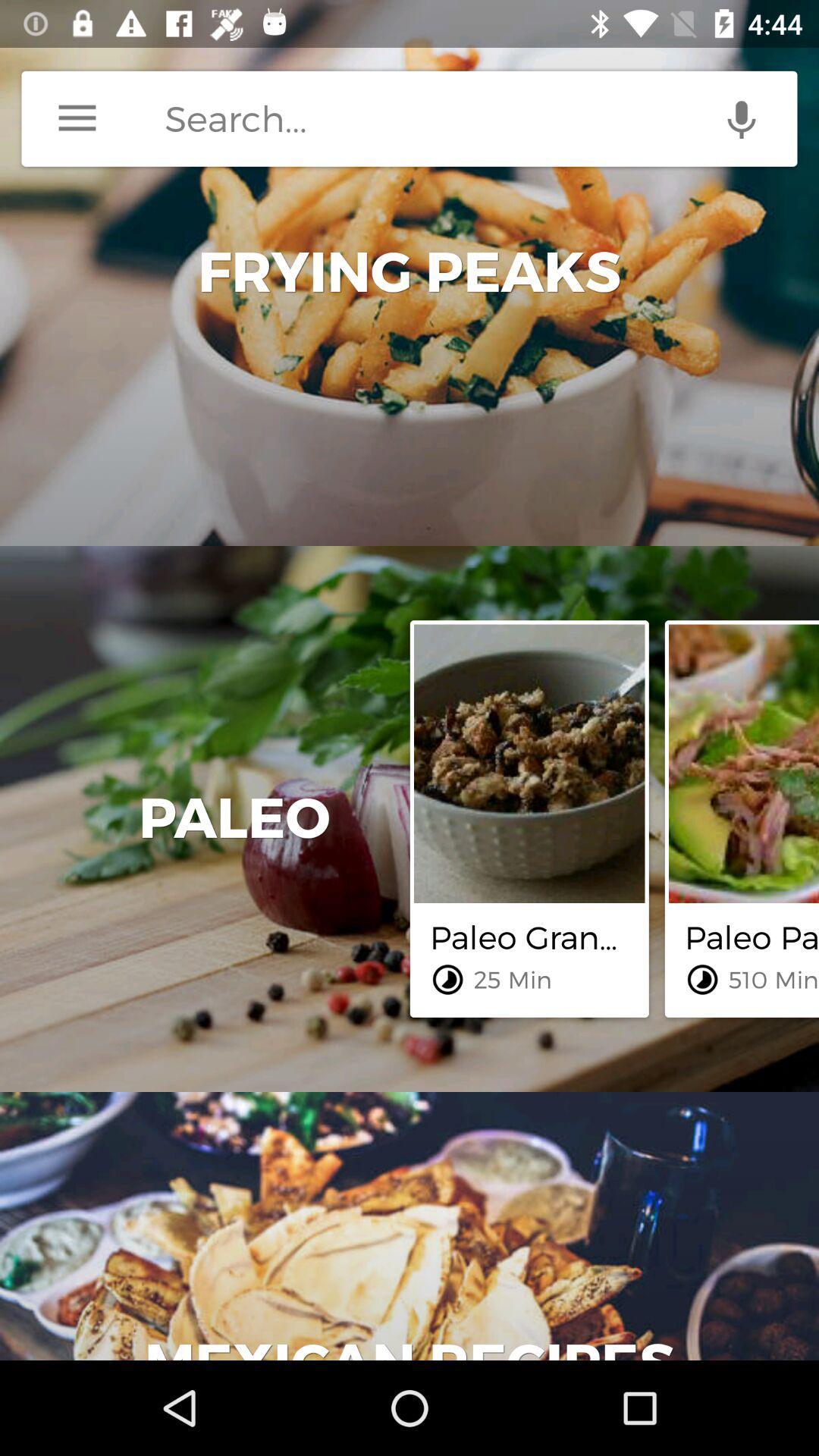 Image resolution: width=819 pixels, height=1456 pixels. What do you see at coordinates (77, 118) in the screenshot?
I see `menu` at bounding box center [77, 118].